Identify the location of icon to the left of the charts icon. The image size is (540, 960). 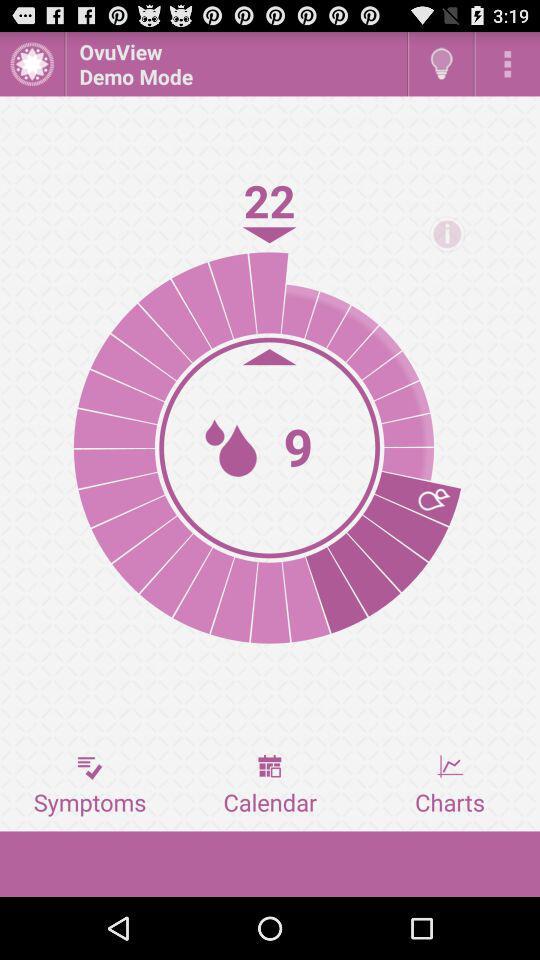
(270, 785).